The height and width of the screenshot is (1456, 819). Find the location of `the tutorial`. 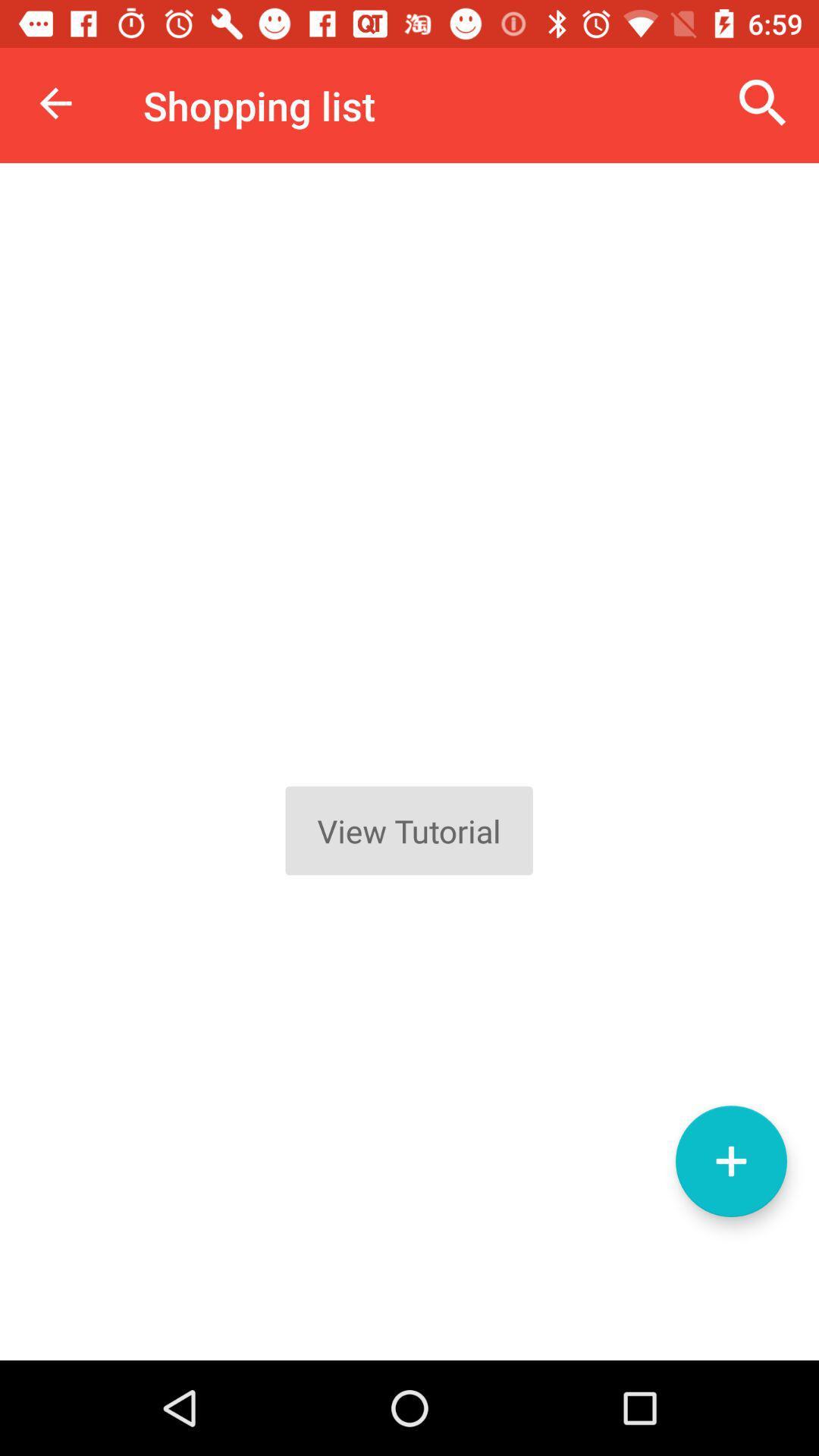

the tutorial is located at coordinates (409, 761).